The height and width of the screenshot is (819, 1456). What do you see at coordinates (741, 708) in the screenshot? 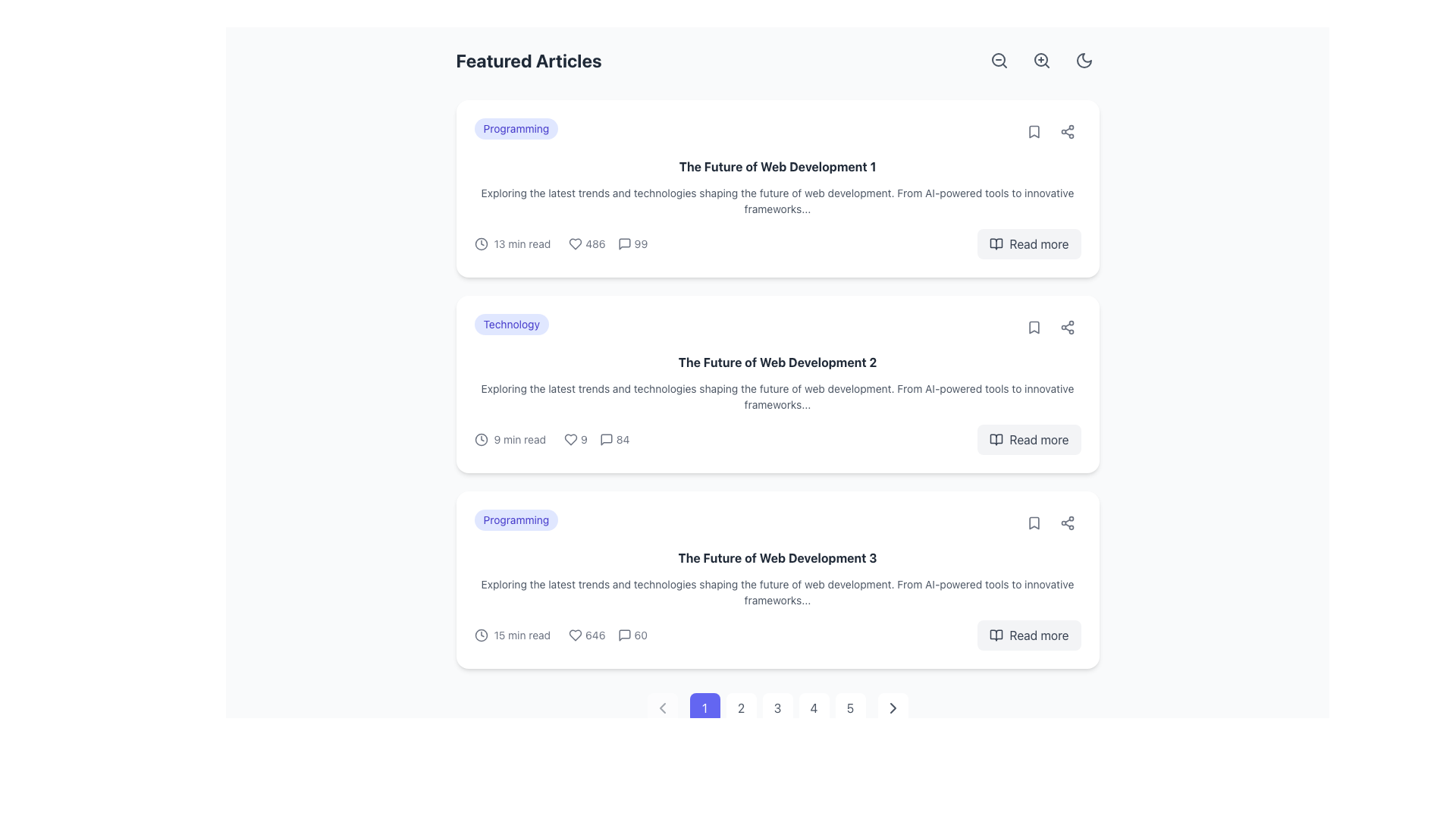
I see `the circular button containing the number '2' in dark gray text` at bounding box center [741, 708].